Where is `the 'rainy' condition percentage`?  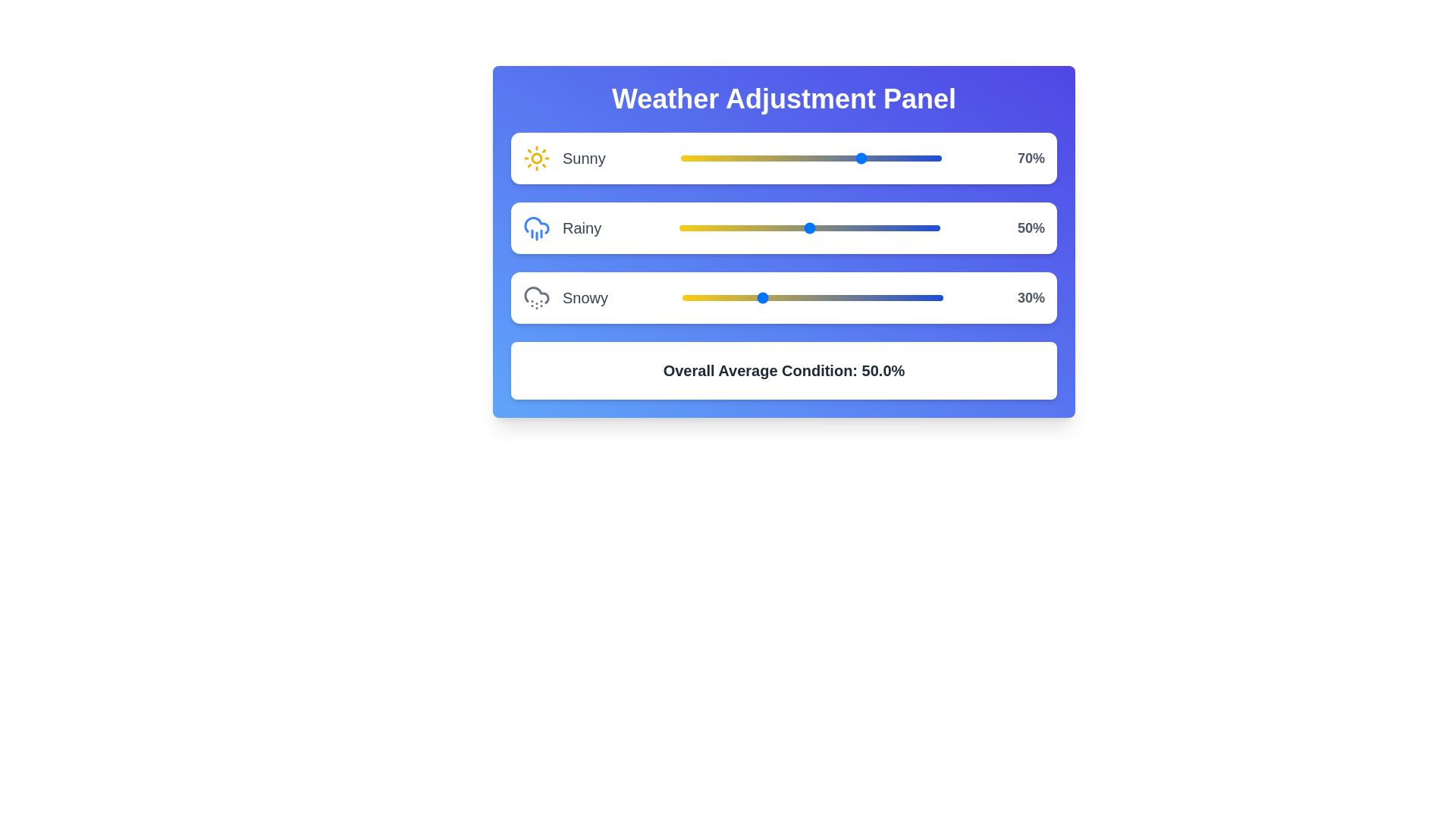 the 'rainy' condition percentage is located at coordinates (765, 227).